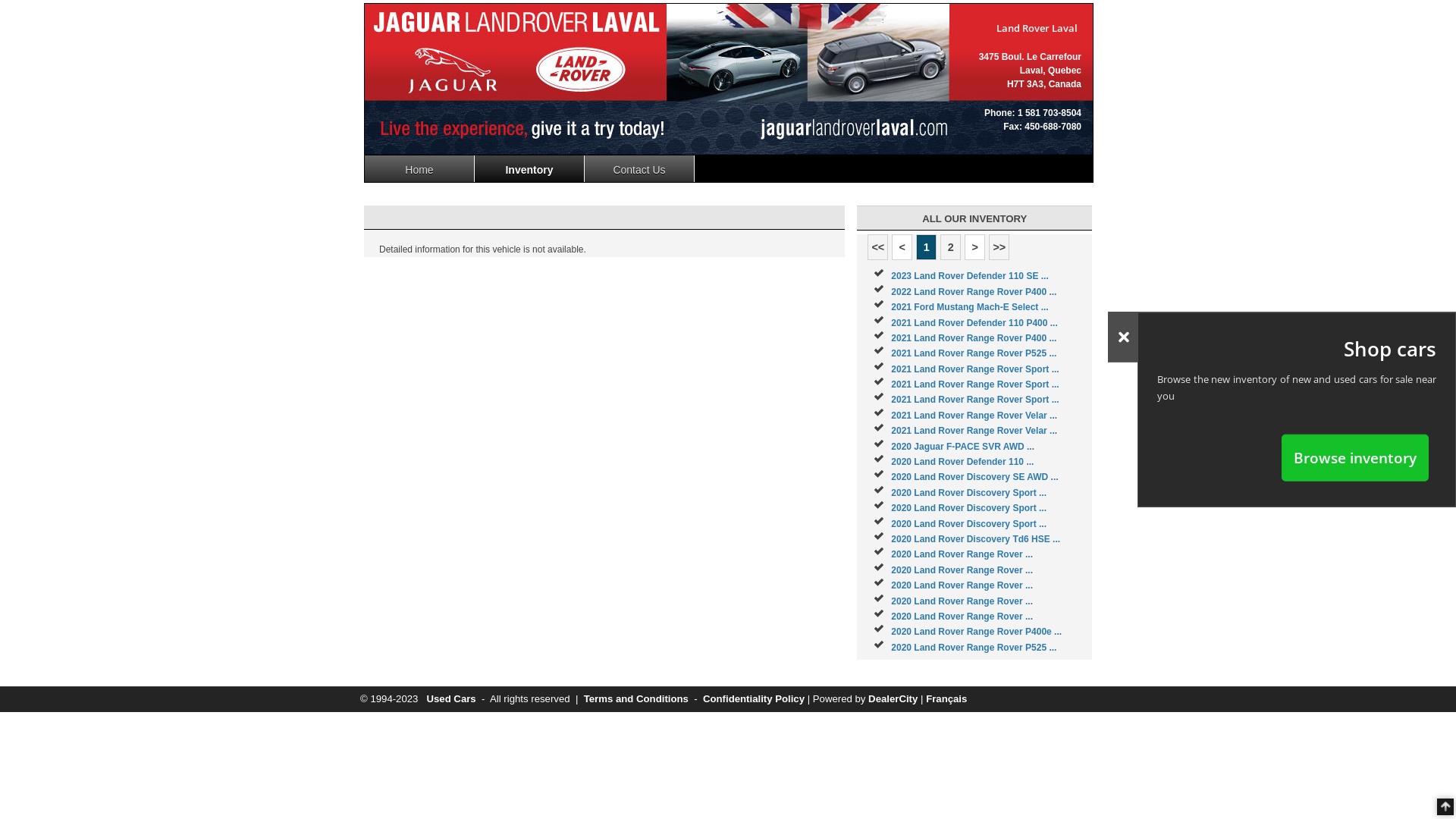 Image resolution: width=1456 pixels, height=819 pixels. I want to click on '2022 Land Rover Range Rover P400 ...', so click(891, 292).